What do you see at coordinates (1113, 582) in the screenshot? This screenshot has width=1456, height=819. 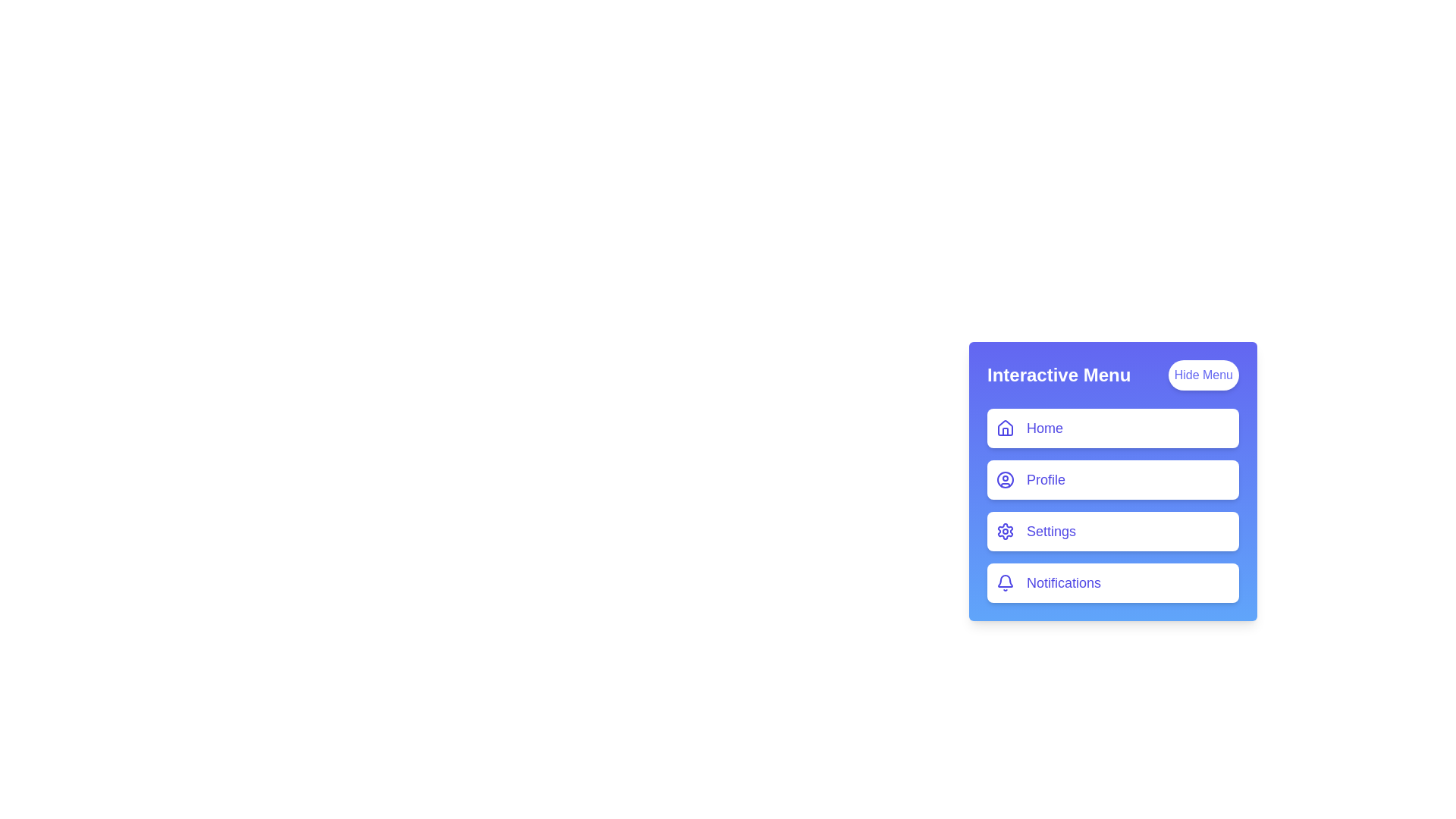 I see `the menu item Notifications` at bounding box center [1113, 582].